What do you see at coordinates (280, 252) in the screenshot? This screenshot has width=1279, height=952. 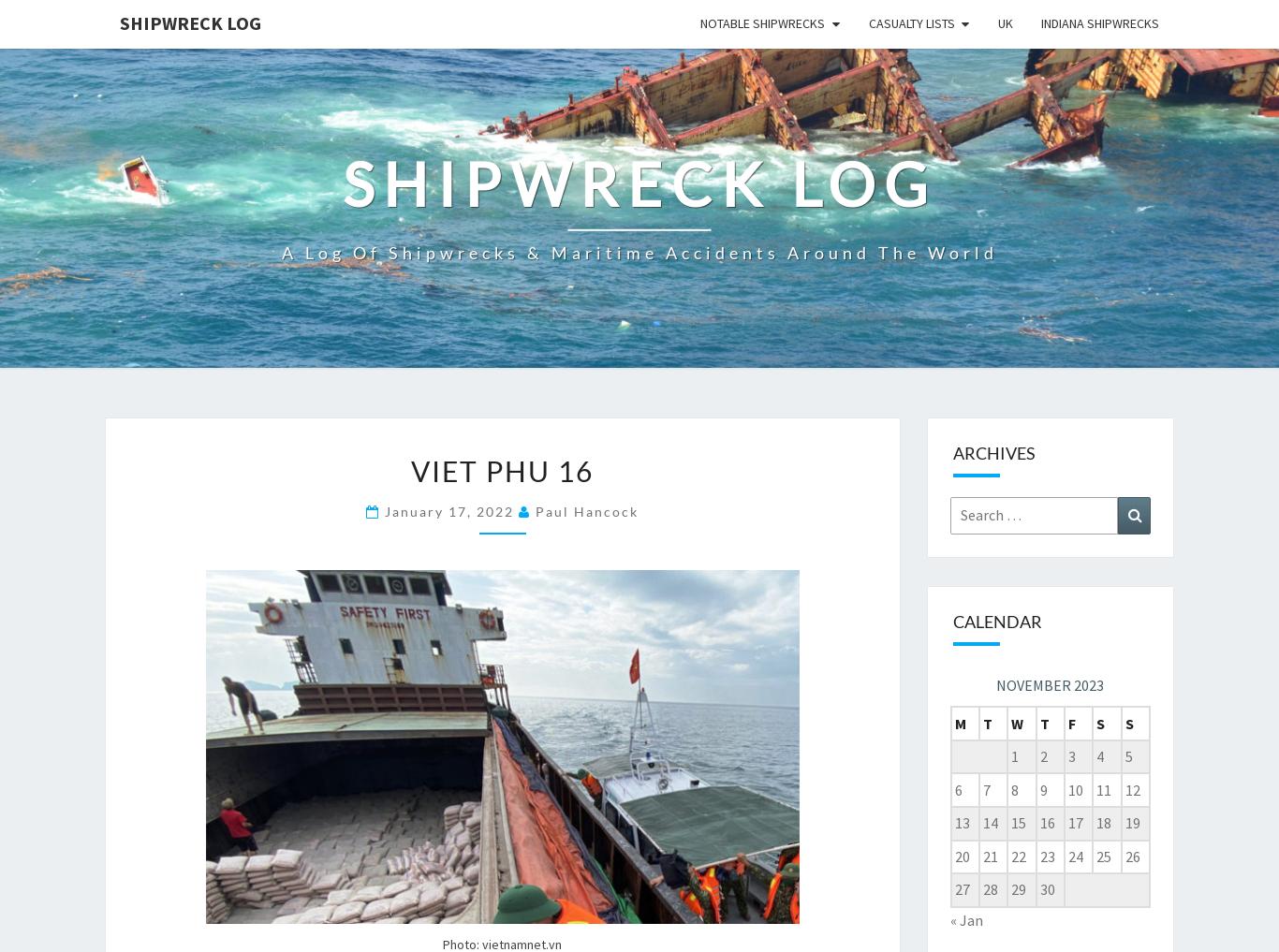 I see `'A log of shipwrecks & maritime accidents around the world'` at bounding box center [280, 252].